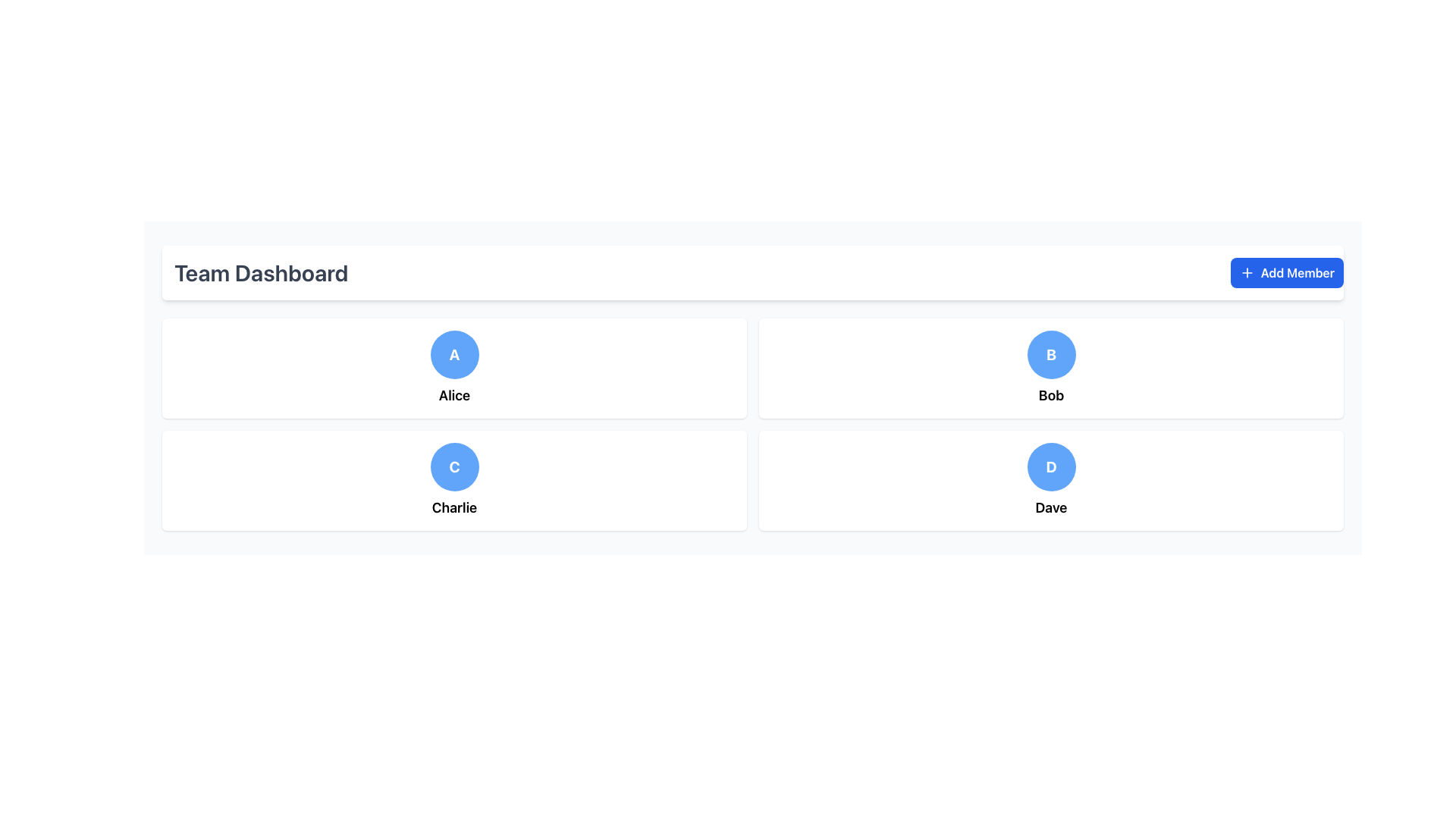  I want to click on the text label displaying the name 'Charlie', which is positioned below the blue circular icon containing the letter 'C' in a card layout, so click(453, 508).